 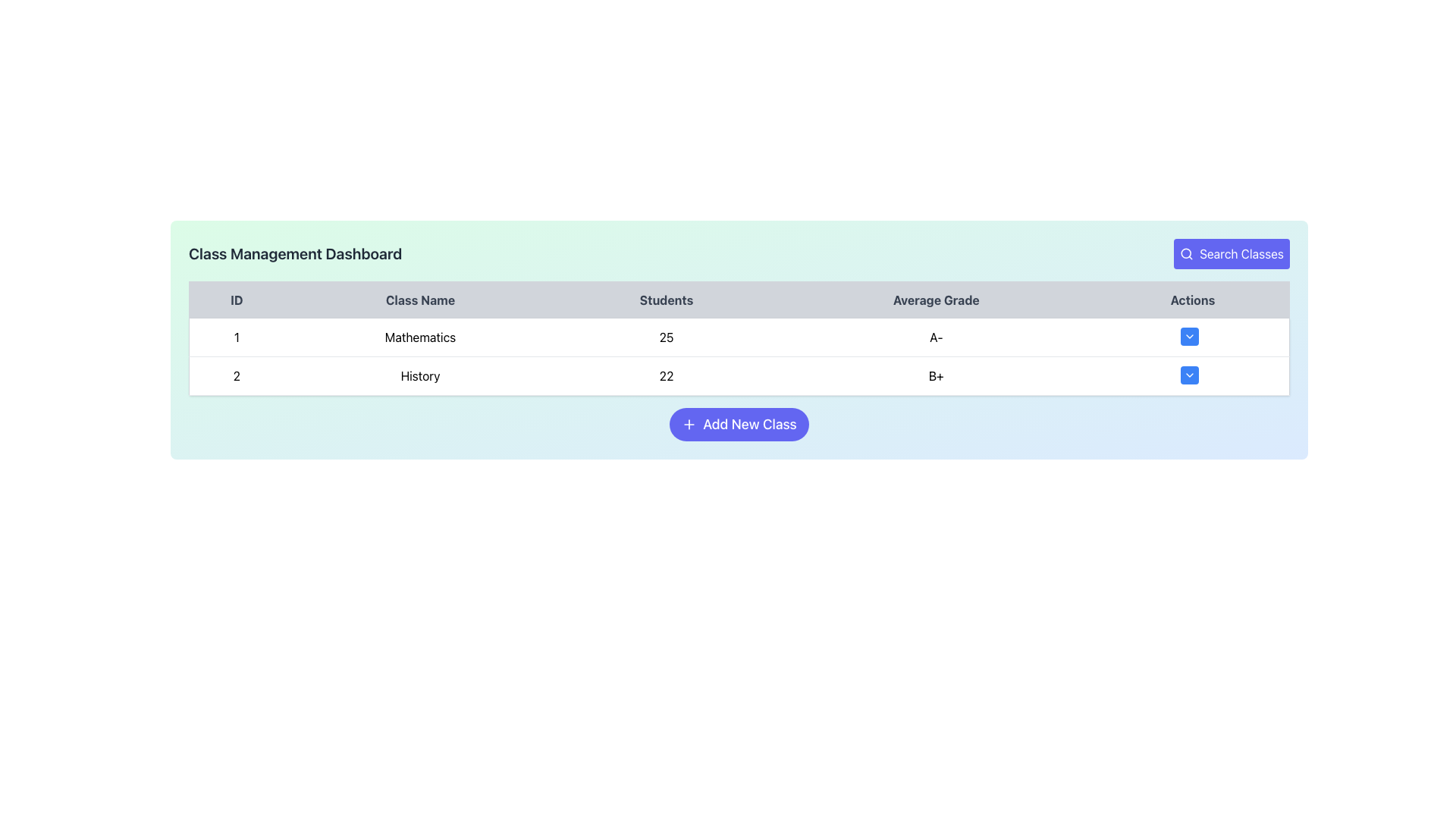 I want to click on the button in the 'Actions' column of the second row corresponding to the 'History' entry, so click(x=1188, y=375).